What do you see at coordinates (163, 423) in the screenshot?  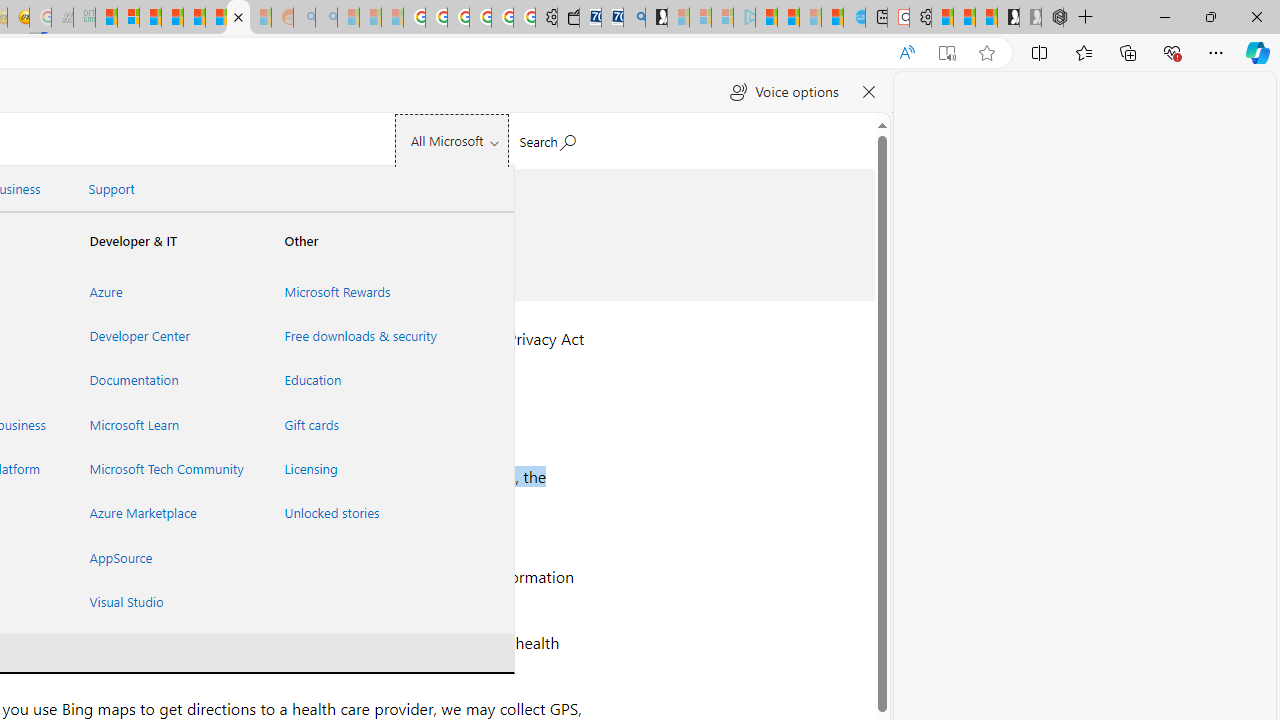 I see `'Microsoft Learn'` at bounding box center [163, 423].